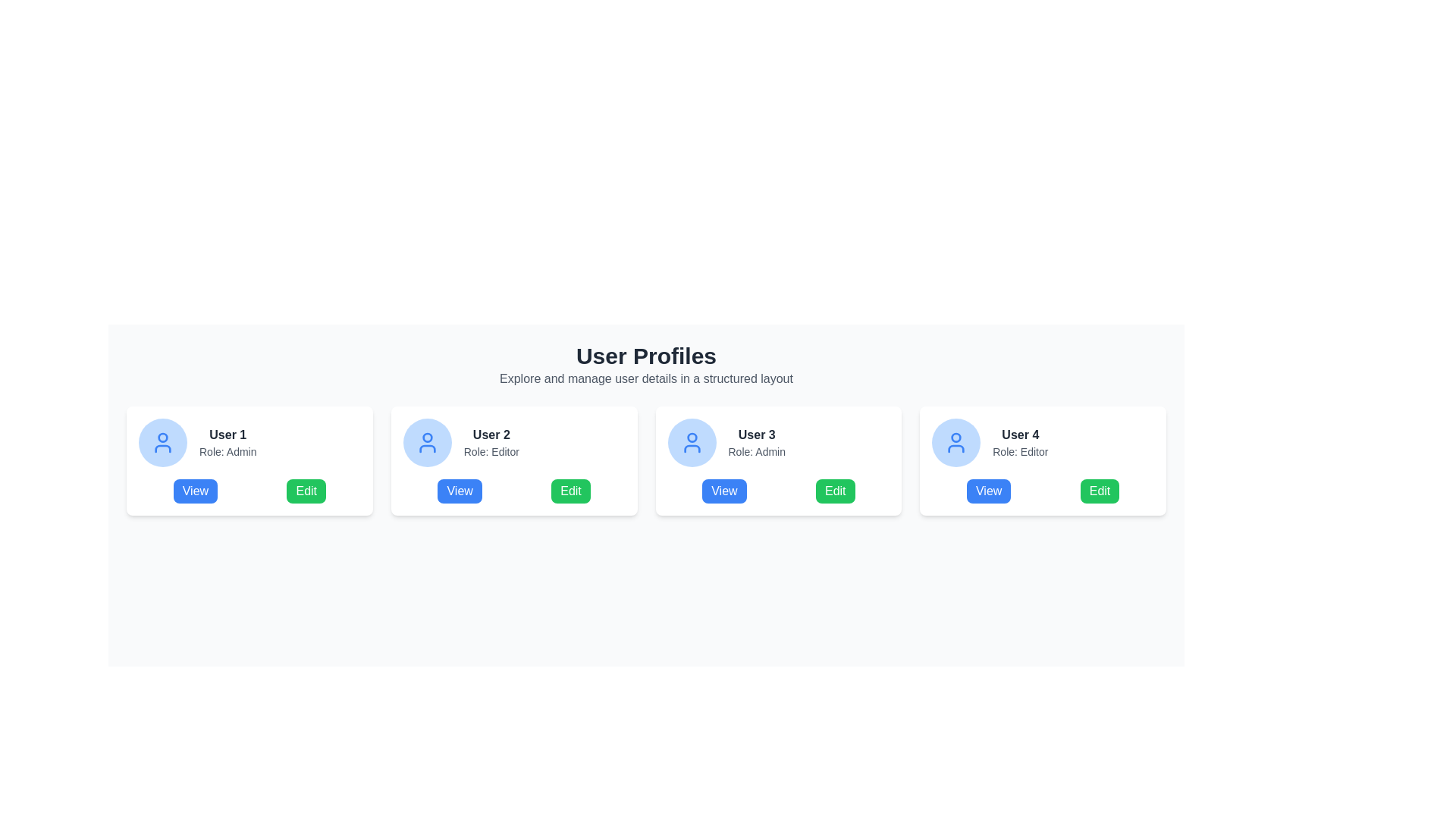  What do you see at coordinates (1020, 435) in the screenshot?
I see `text content of the 'User 4' label, which is displayed in bold, dark gray font at the top of the fourth card in the 'User Profiles' section` at bounding box center [1020, 435].